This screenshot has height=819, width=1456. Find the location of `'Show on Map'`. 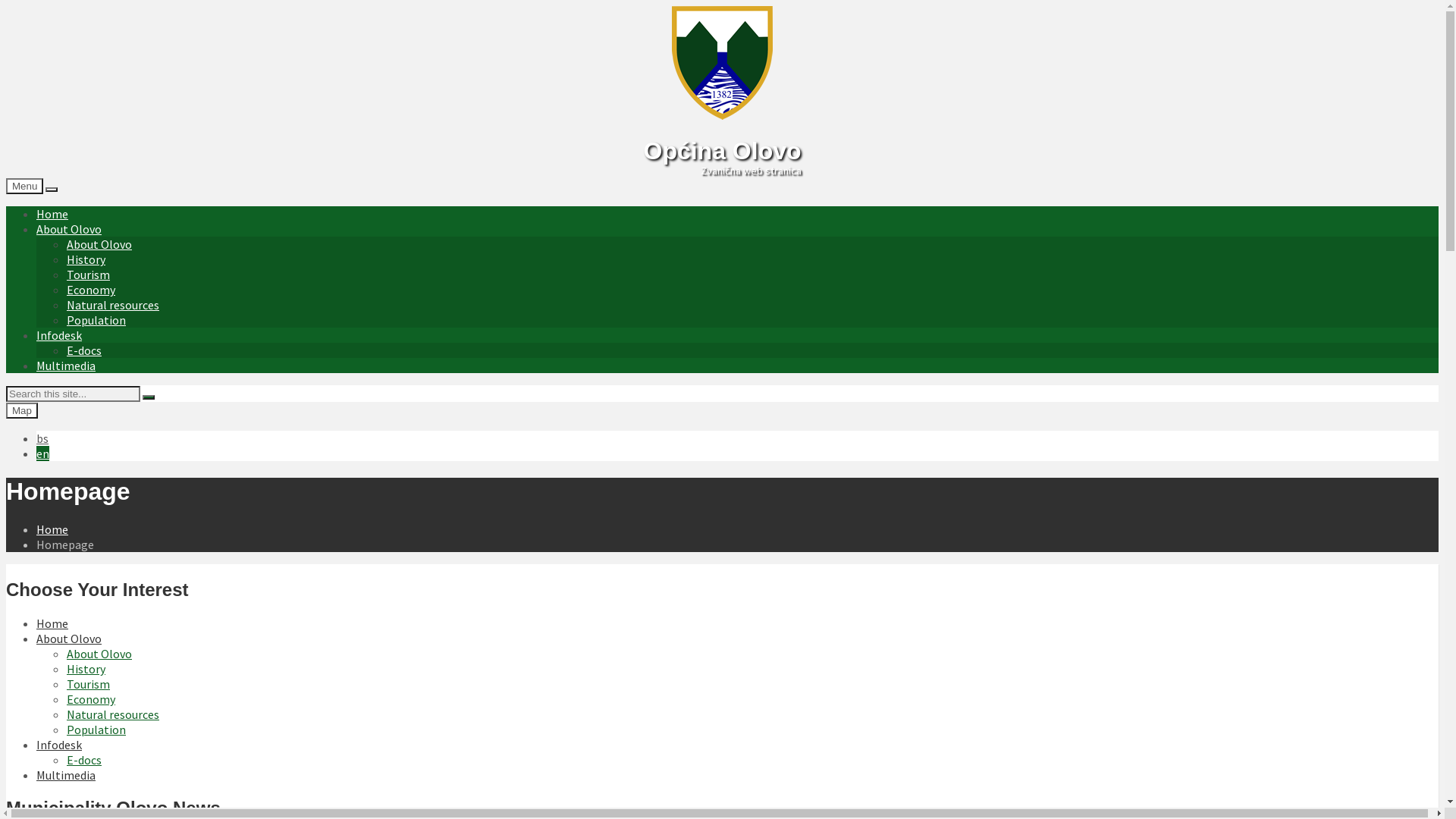

'Show on Map' is located at coordinates (51, 189).